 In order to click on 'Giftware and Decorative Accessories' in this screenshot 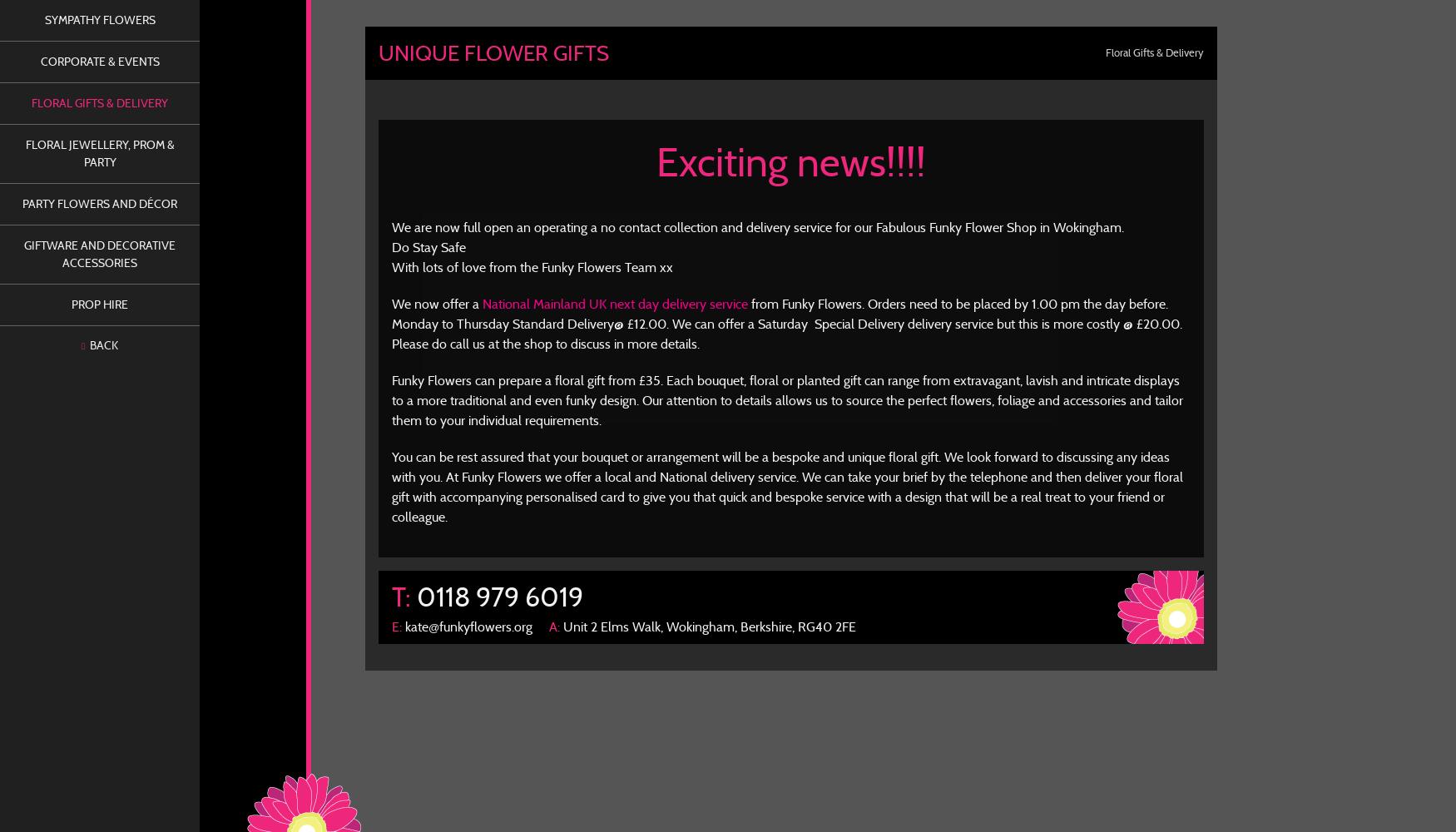, I will do `click(23, 254)`.